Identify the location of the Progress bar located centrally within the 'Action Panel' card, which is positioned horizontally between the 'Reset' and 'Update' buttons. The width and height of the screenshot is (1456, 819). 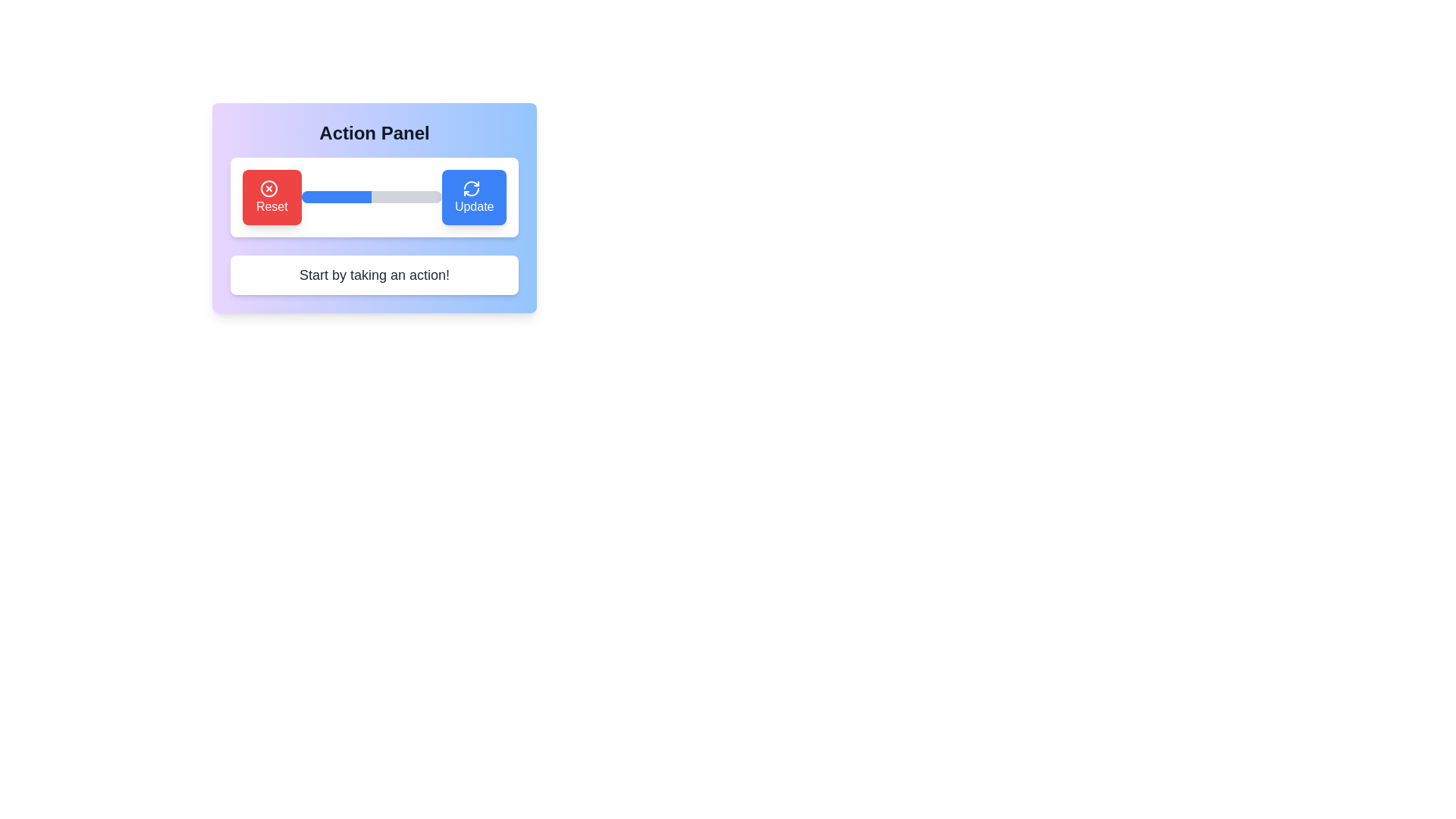
(372, 196).